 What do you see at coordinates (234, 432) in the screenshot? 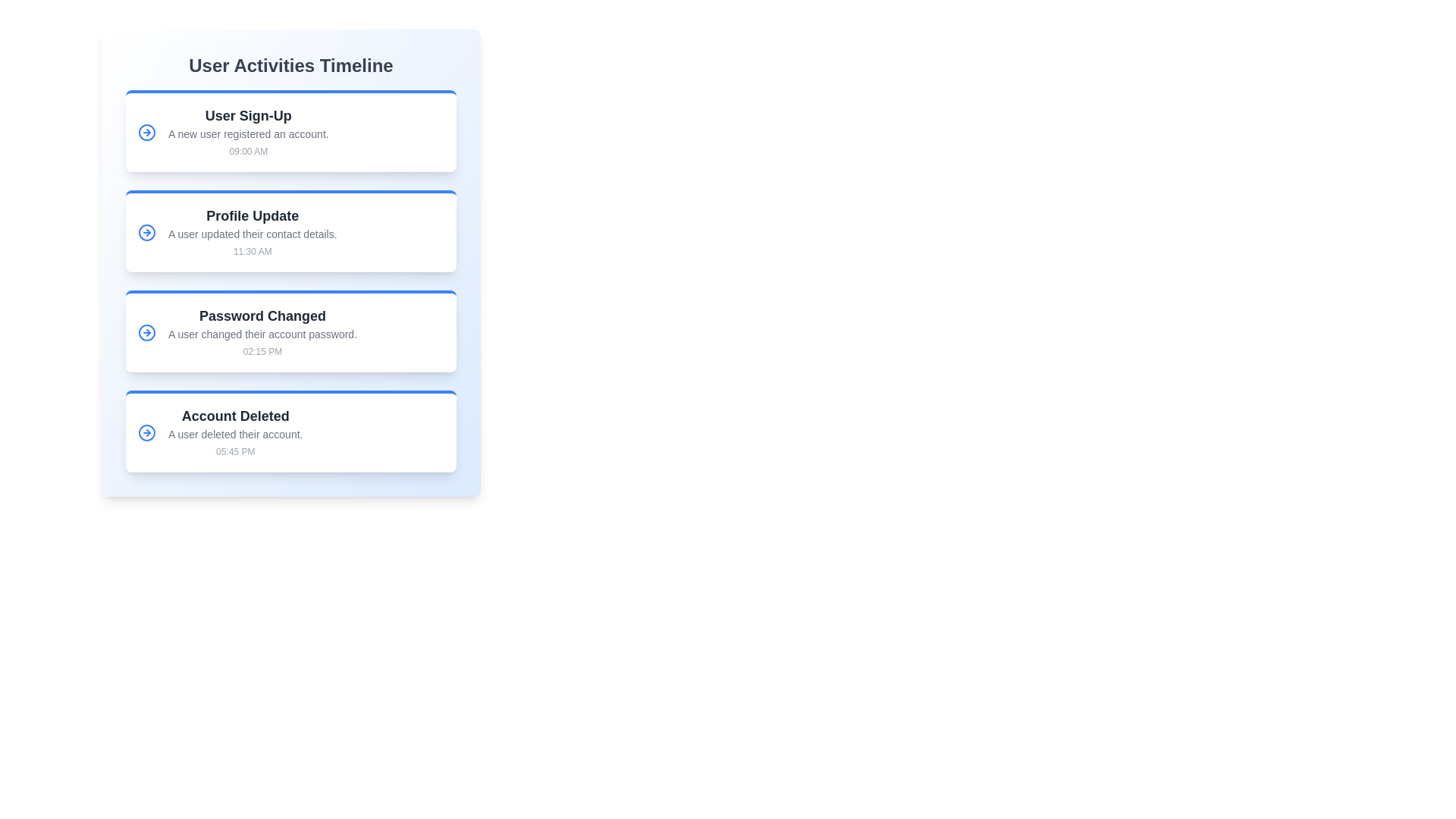
I see `information from the multi-line text block displaying 'Account Deleted', which includes the detailed description and the timestamp, located in the bottommost card of the vertical timeline` at bounding box center [234, 432].